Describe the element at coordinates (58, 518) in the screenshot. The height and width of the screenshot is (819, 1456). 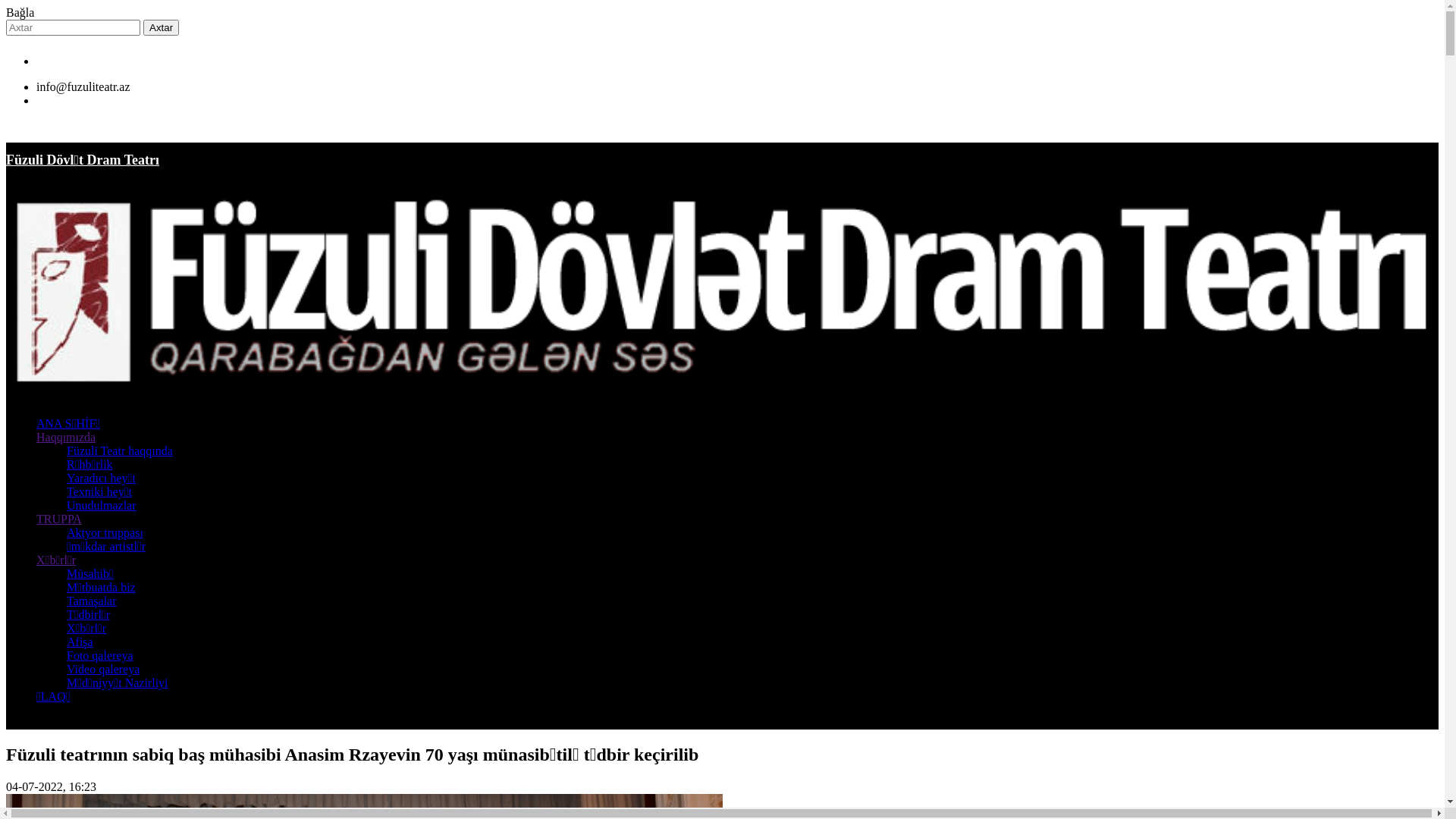
I see `'TRUPPA'` at that location.